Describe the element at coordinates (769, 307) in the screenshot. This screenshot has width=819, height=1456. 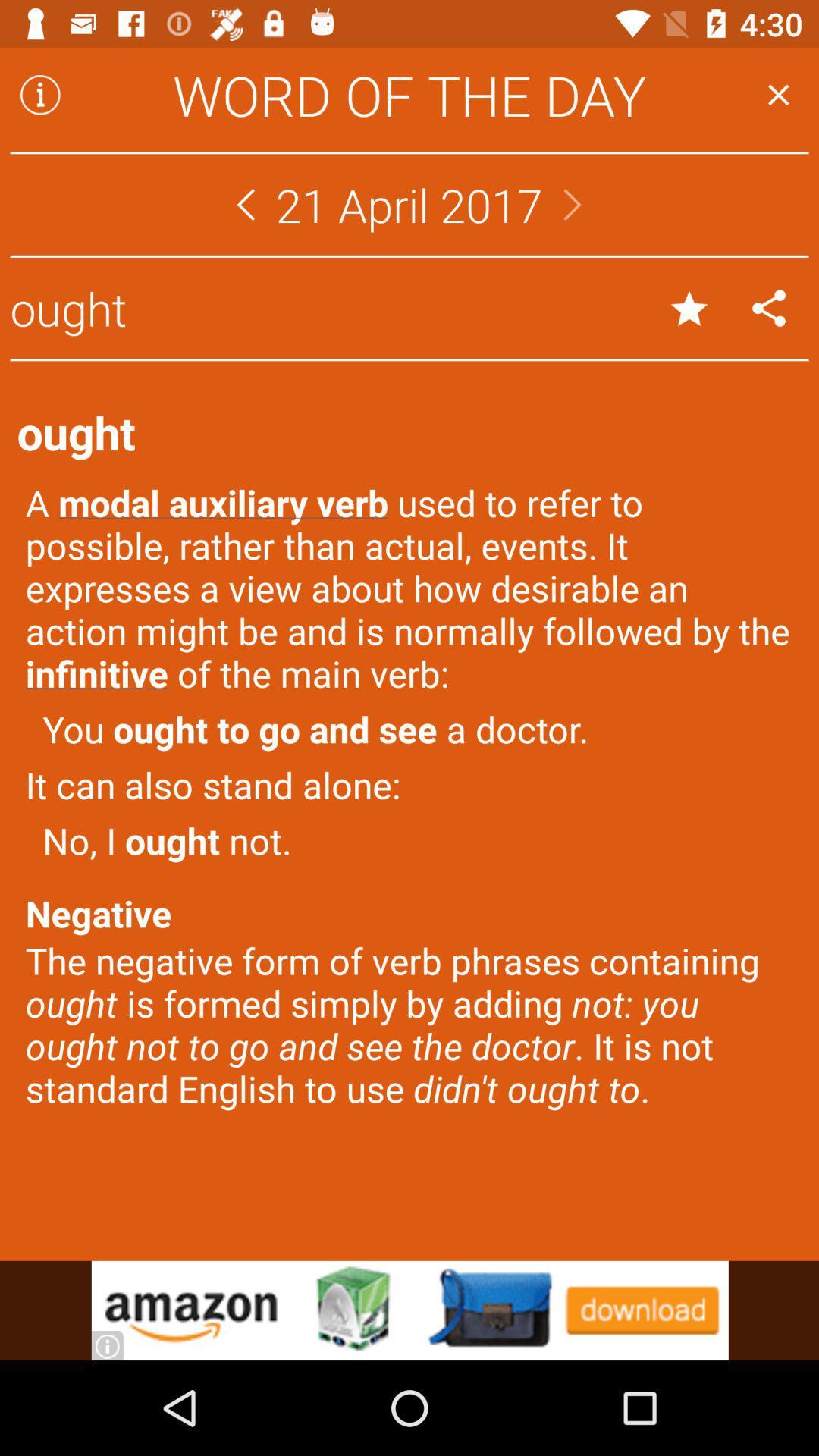
I see `share` at that location.